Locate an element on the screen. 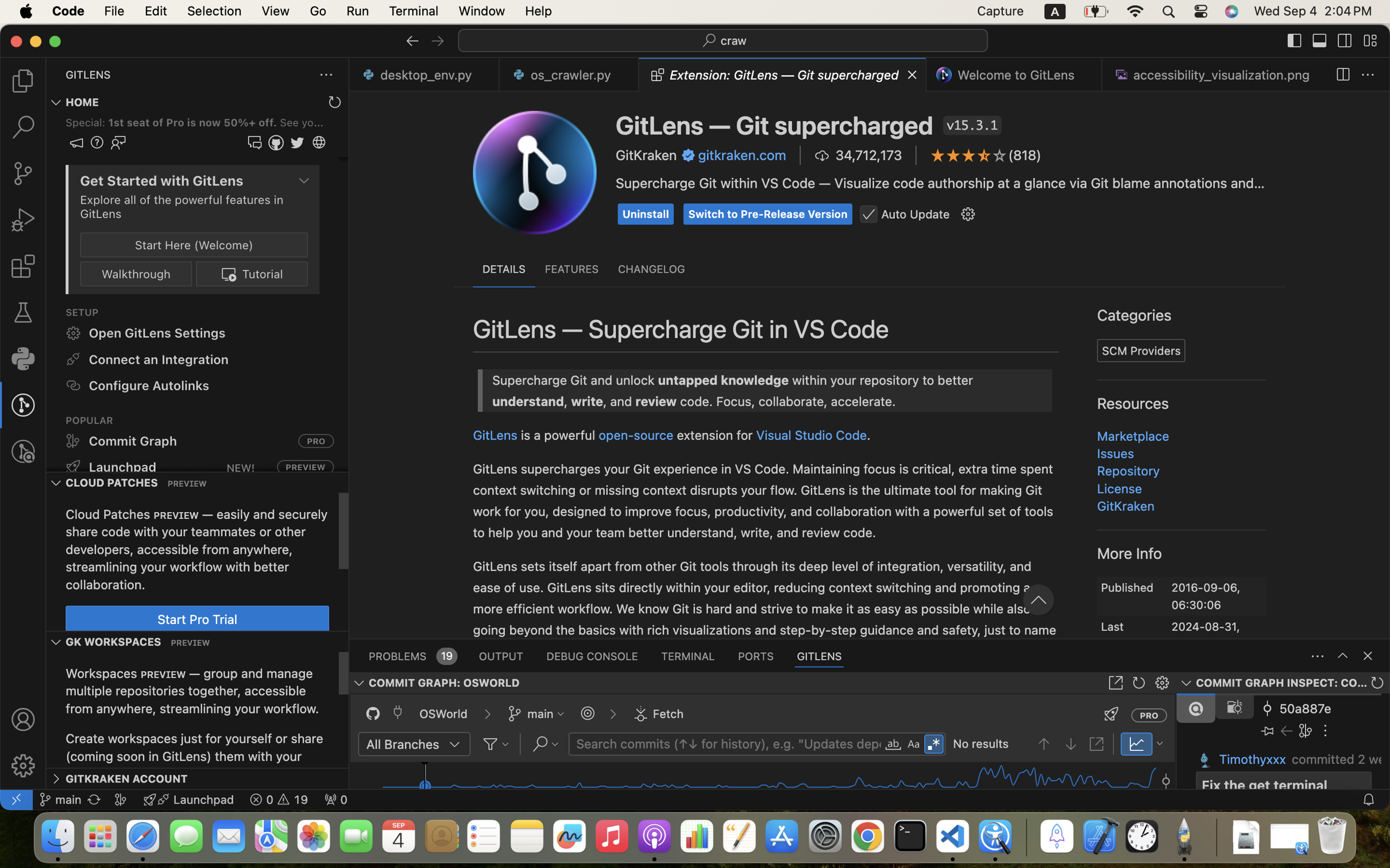  '0 PORTS' is located at coordinates (756, 656).